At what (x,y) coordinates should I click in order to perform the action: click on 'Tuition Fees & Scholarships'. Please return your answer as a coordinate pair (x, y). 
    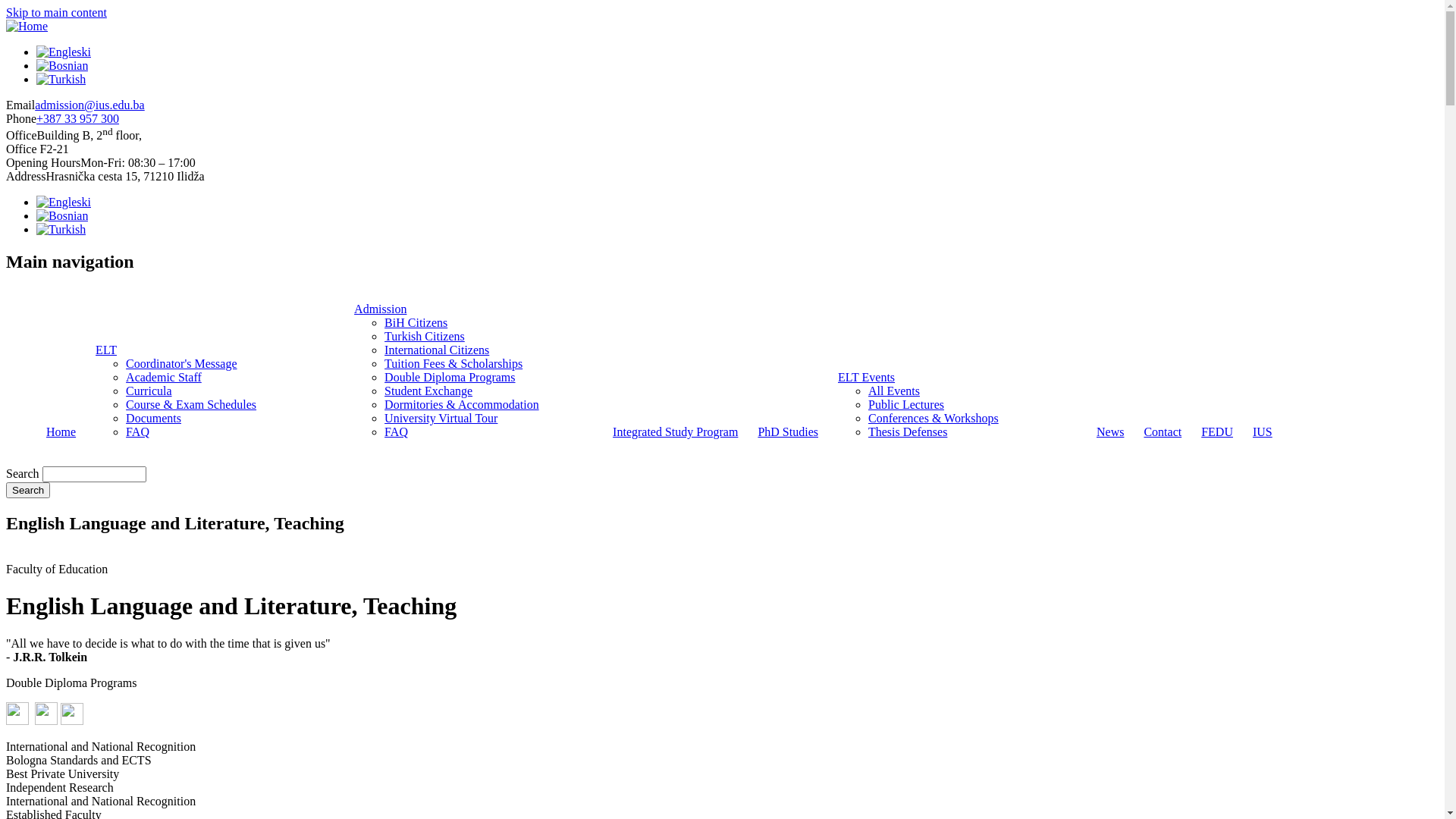
    Looking at the image, I should click on (453, 363).